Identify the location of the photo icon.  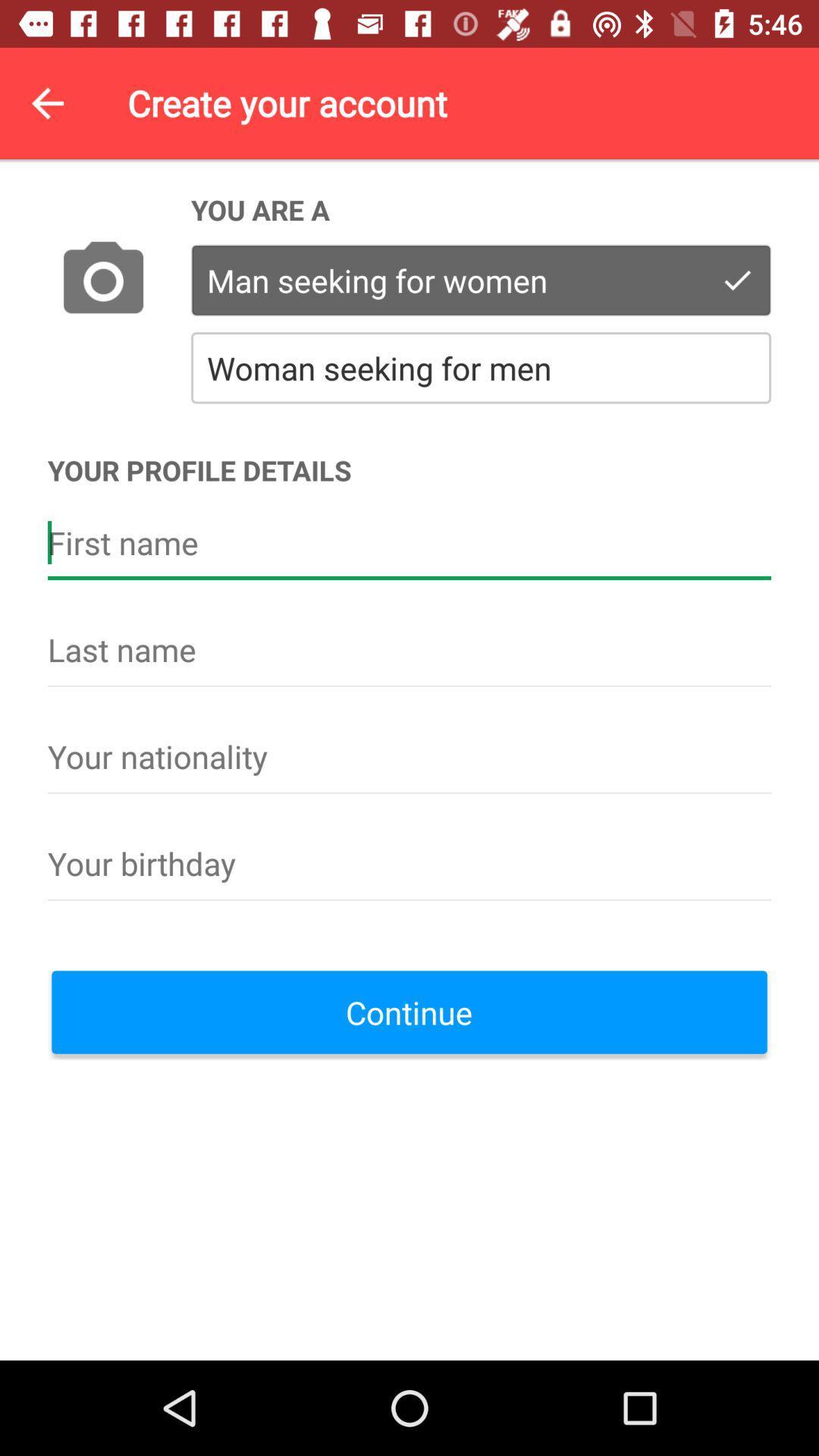
(102, 281).